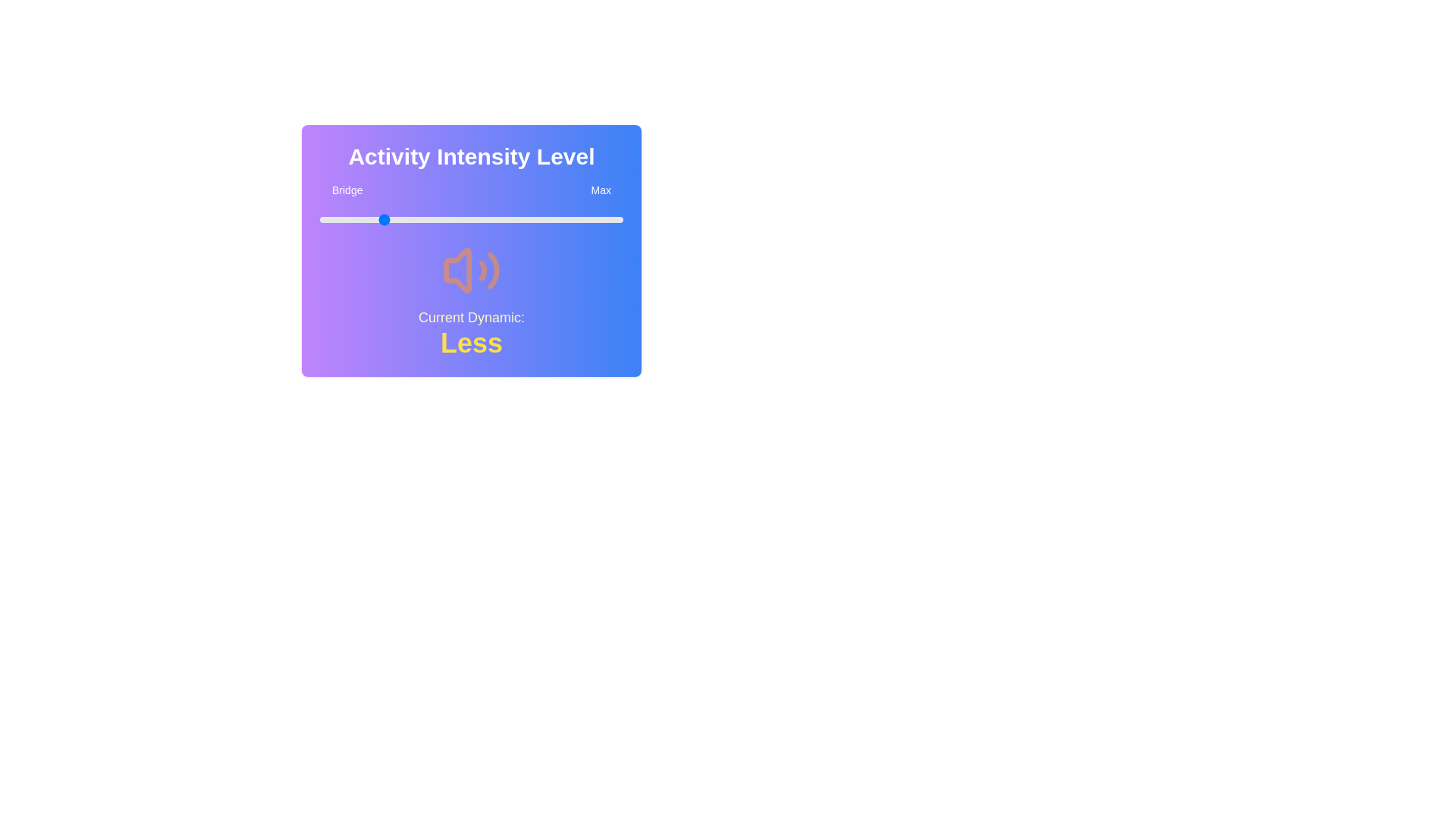 This screenshot has width=1456, height=819. Describe the element at coordinates (417, 219) in the screenshot. I see `the slider to set the value to 32` at that location.